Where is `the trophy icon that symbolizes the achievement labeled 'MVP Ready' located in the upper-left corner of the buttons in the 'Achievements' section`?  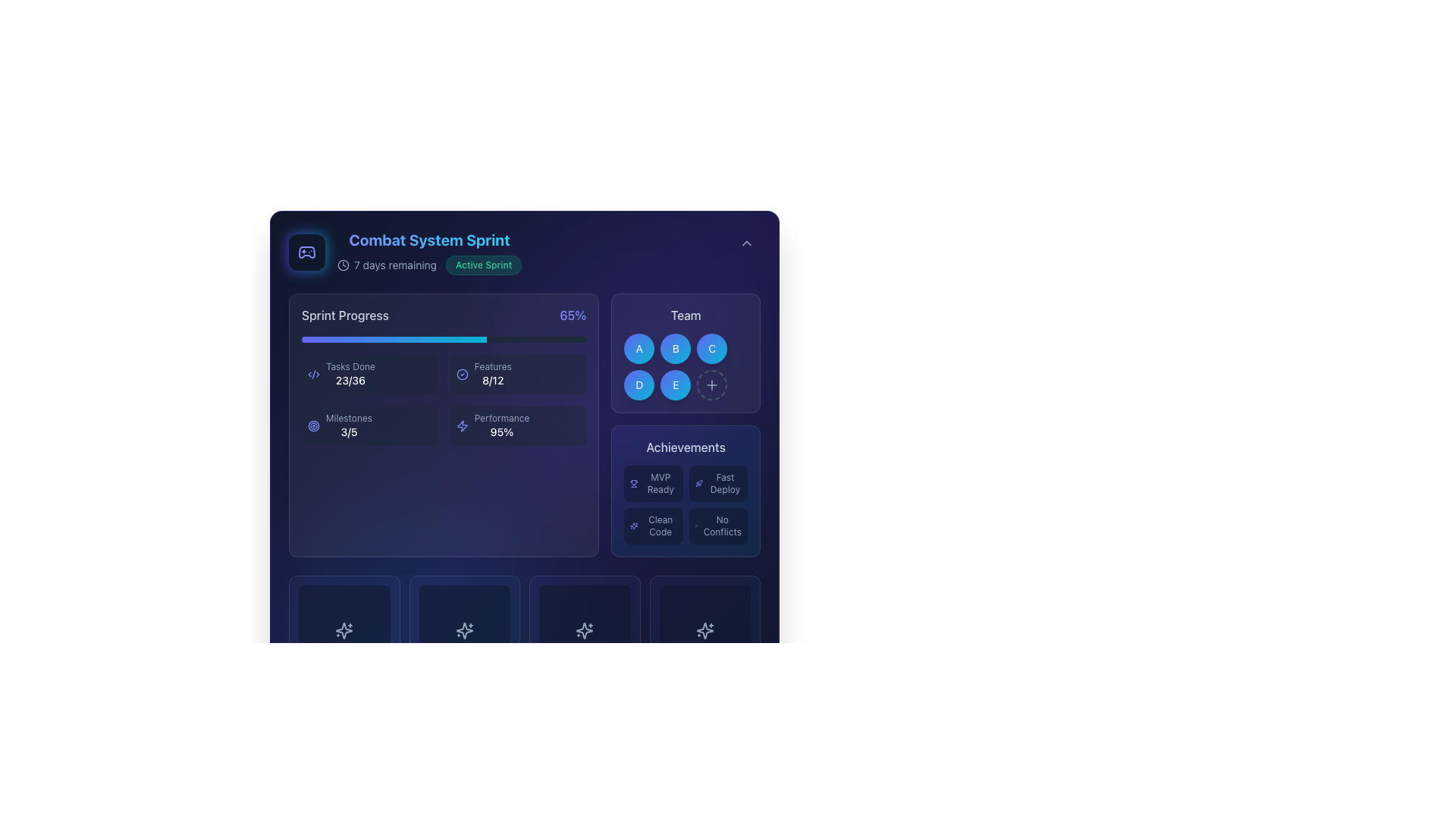
the trophy icon that symbolizes the achievement labeled 'MVP Ready' located in the upper-left corner of the buttons in the 'Achievements' section is located at coordinates (634, 483).